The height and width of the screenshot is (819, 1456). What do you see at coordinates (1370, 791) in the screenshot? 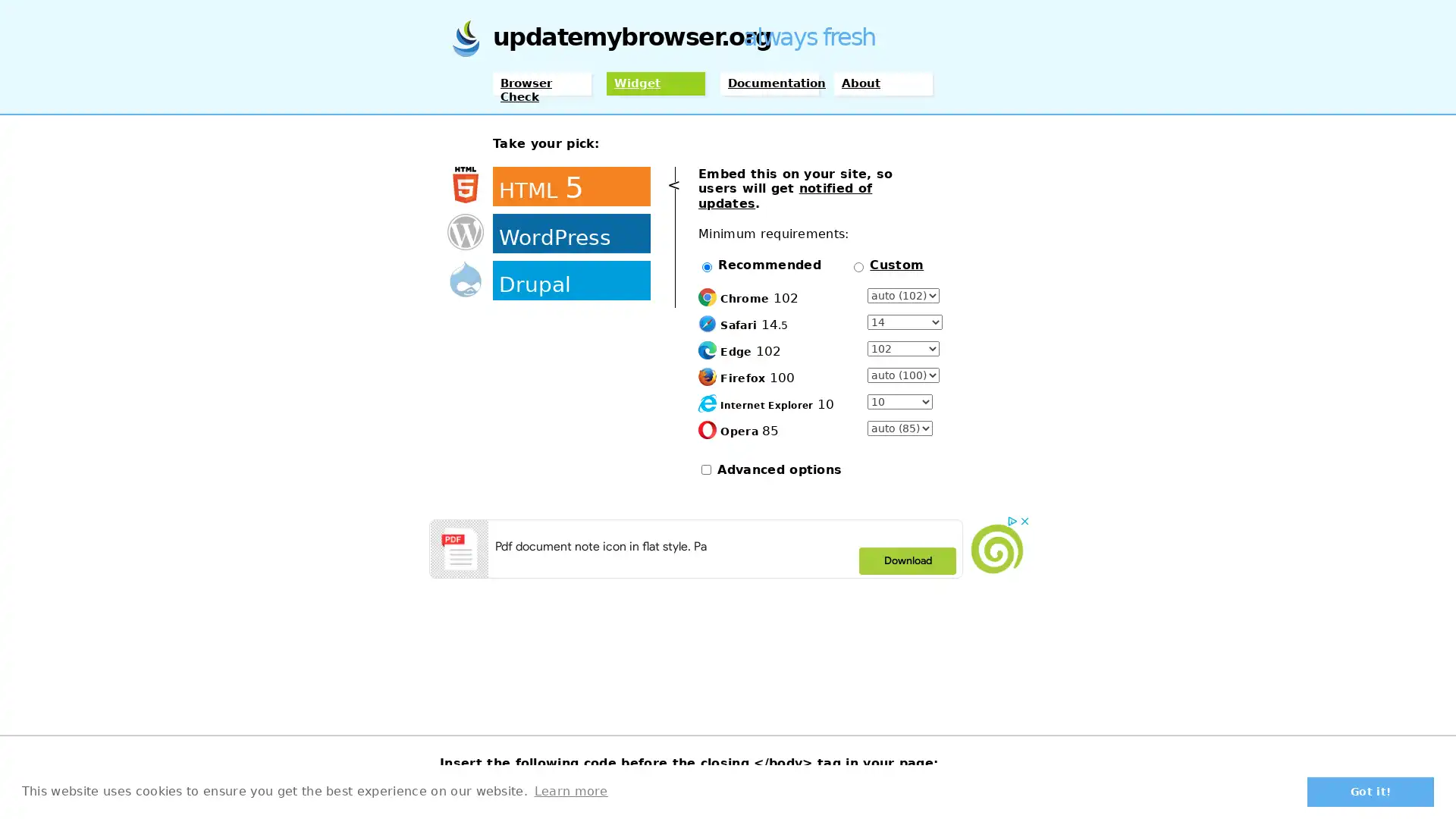
I see `dismiss cookie message` at bounding box center [1370, 791].